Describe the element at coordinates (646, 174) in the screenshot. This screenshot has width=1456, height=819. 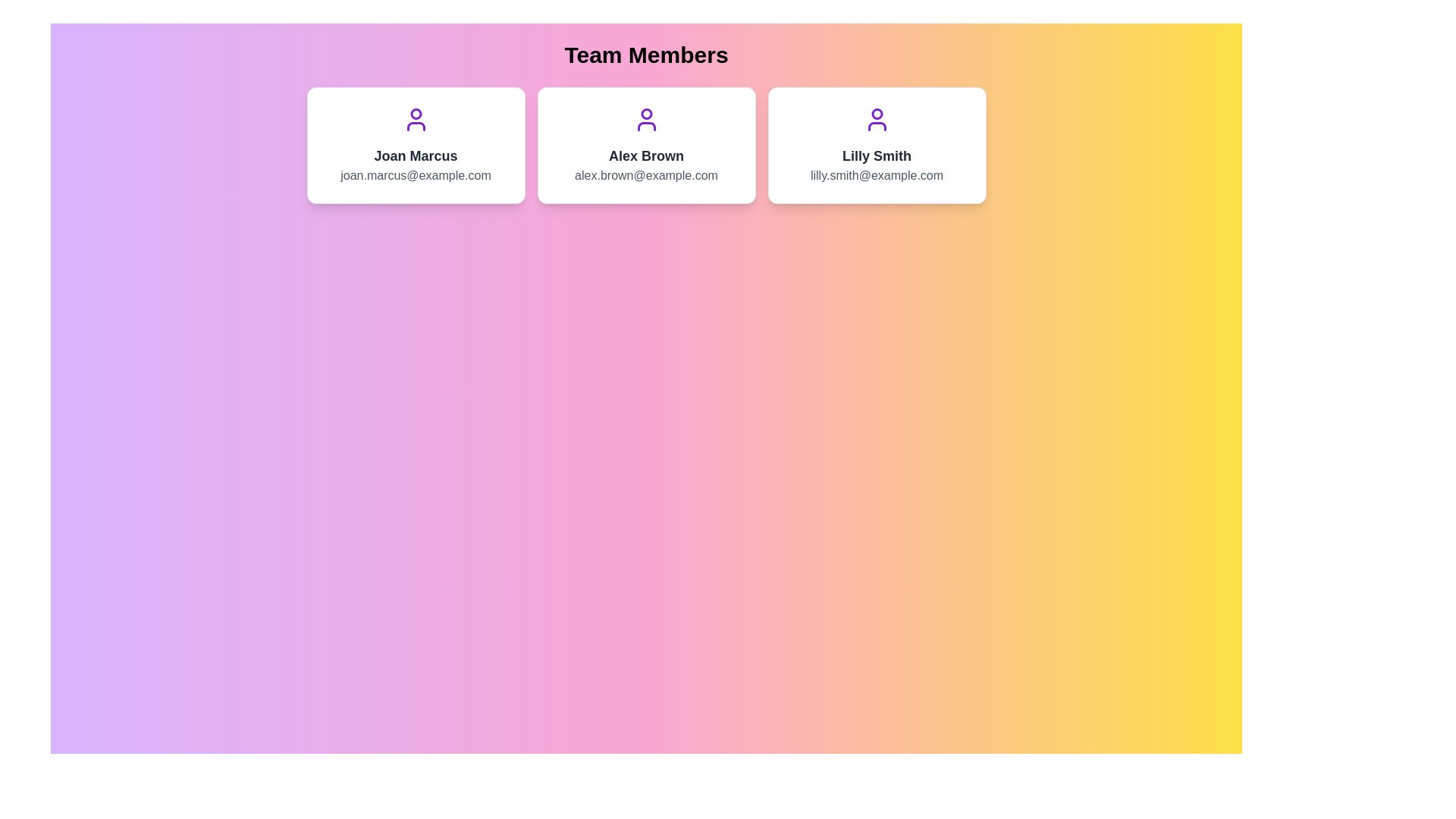
I see `the text label displaying the email address 'alex.brown@example.com', which is styled in gray and positioned below 'Alex Brown' within the center card of a group of three team member cards` at that location.